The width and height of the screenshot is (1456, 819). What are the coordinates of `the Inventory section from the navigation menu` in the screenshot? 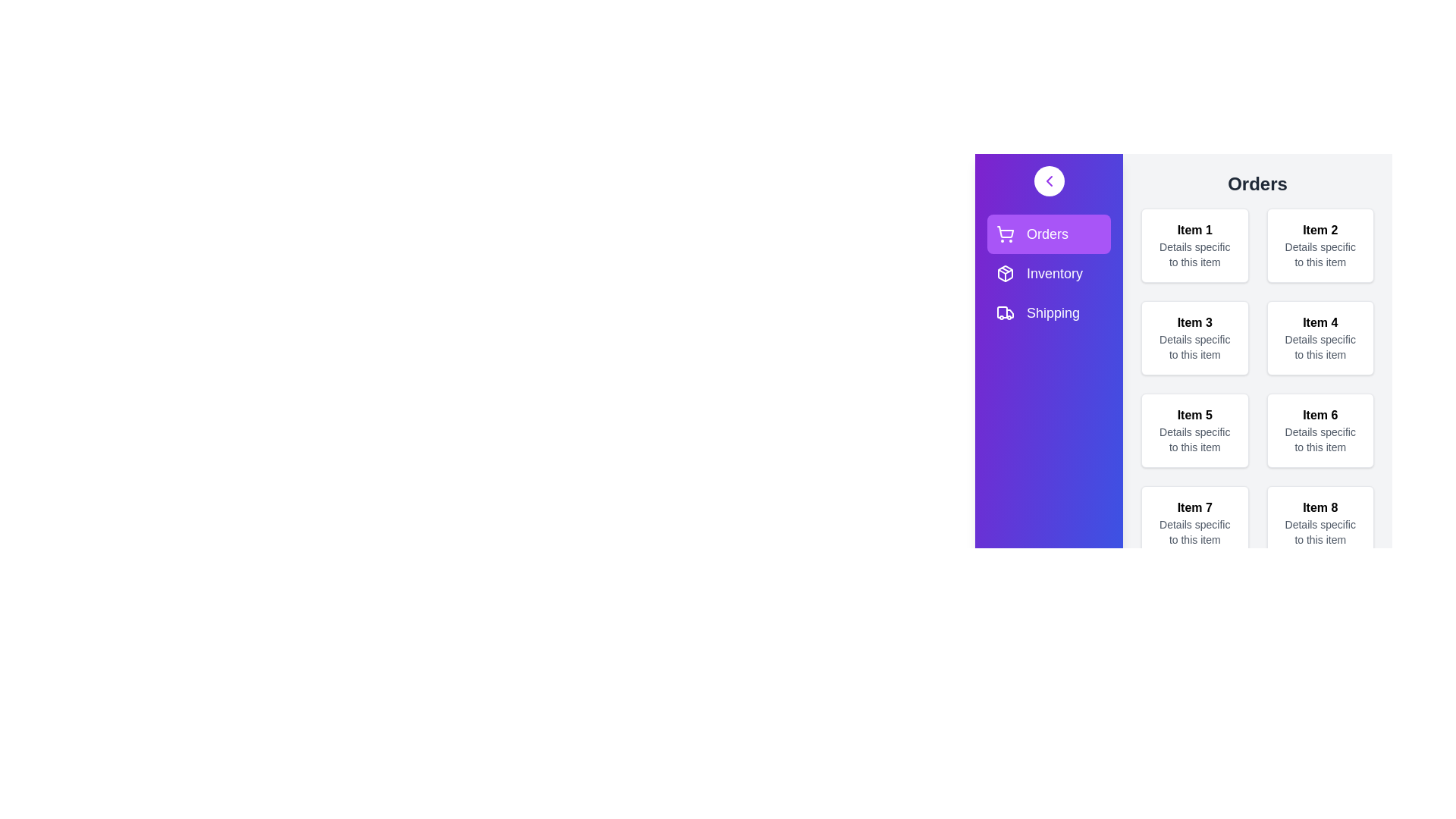 It's located at (1026, 274).